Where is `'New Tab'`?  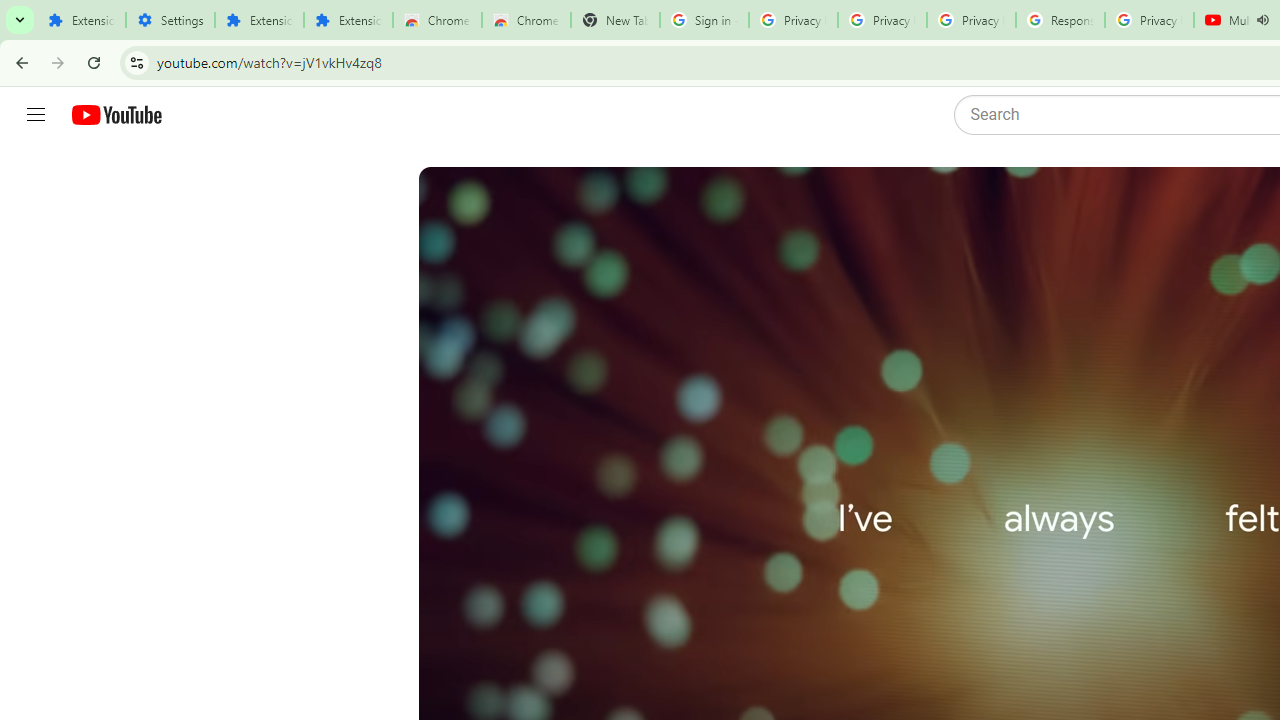 'New Tab' is located at coordinates (614, 20).